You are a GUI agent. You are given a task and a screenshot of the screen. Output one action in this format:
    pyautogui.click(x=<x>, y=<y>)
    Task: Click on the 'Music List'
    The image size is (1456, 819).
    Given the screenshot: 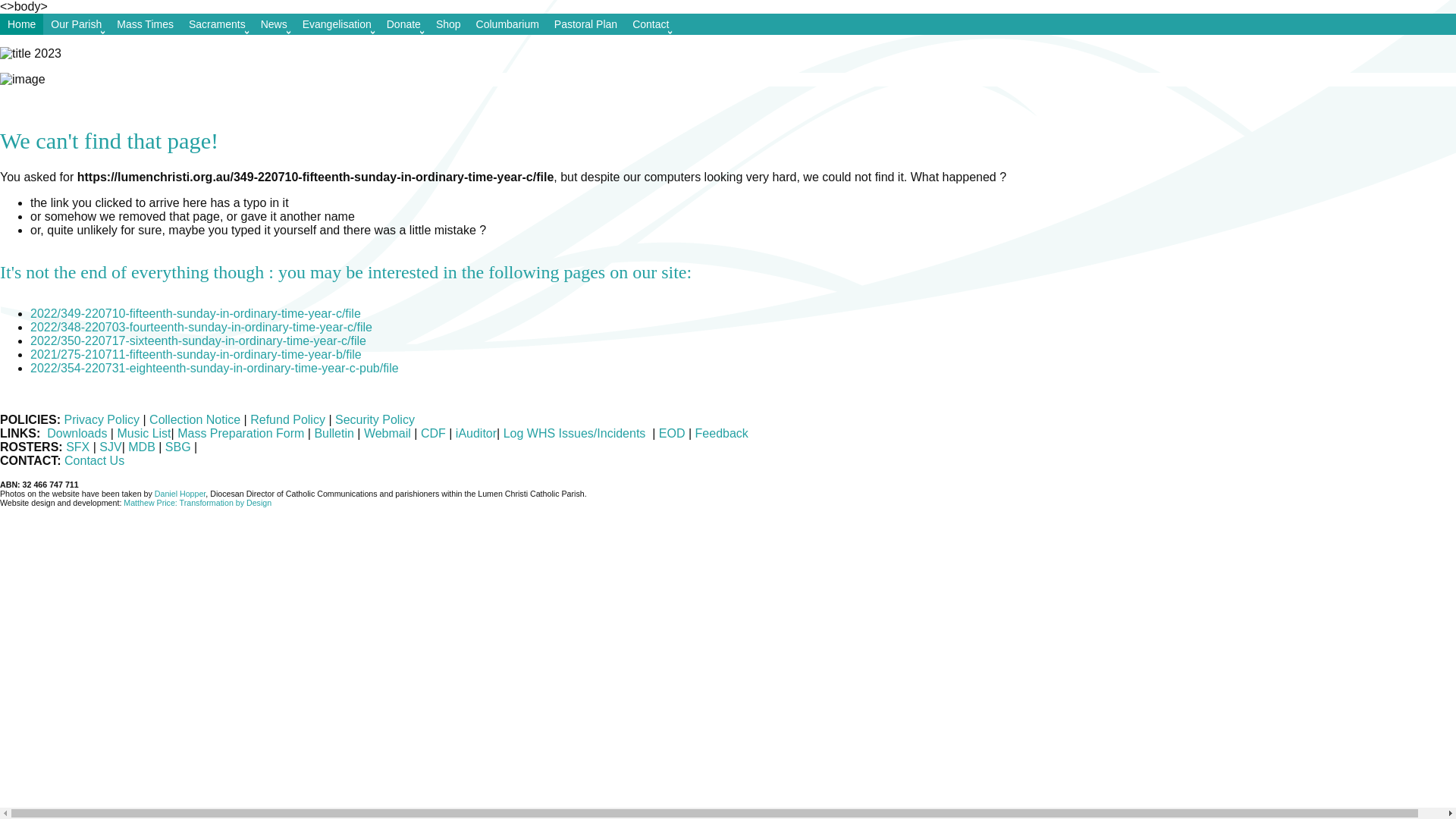 What is the action you would take?
    pyautogui.click(x=143, y=433)
    